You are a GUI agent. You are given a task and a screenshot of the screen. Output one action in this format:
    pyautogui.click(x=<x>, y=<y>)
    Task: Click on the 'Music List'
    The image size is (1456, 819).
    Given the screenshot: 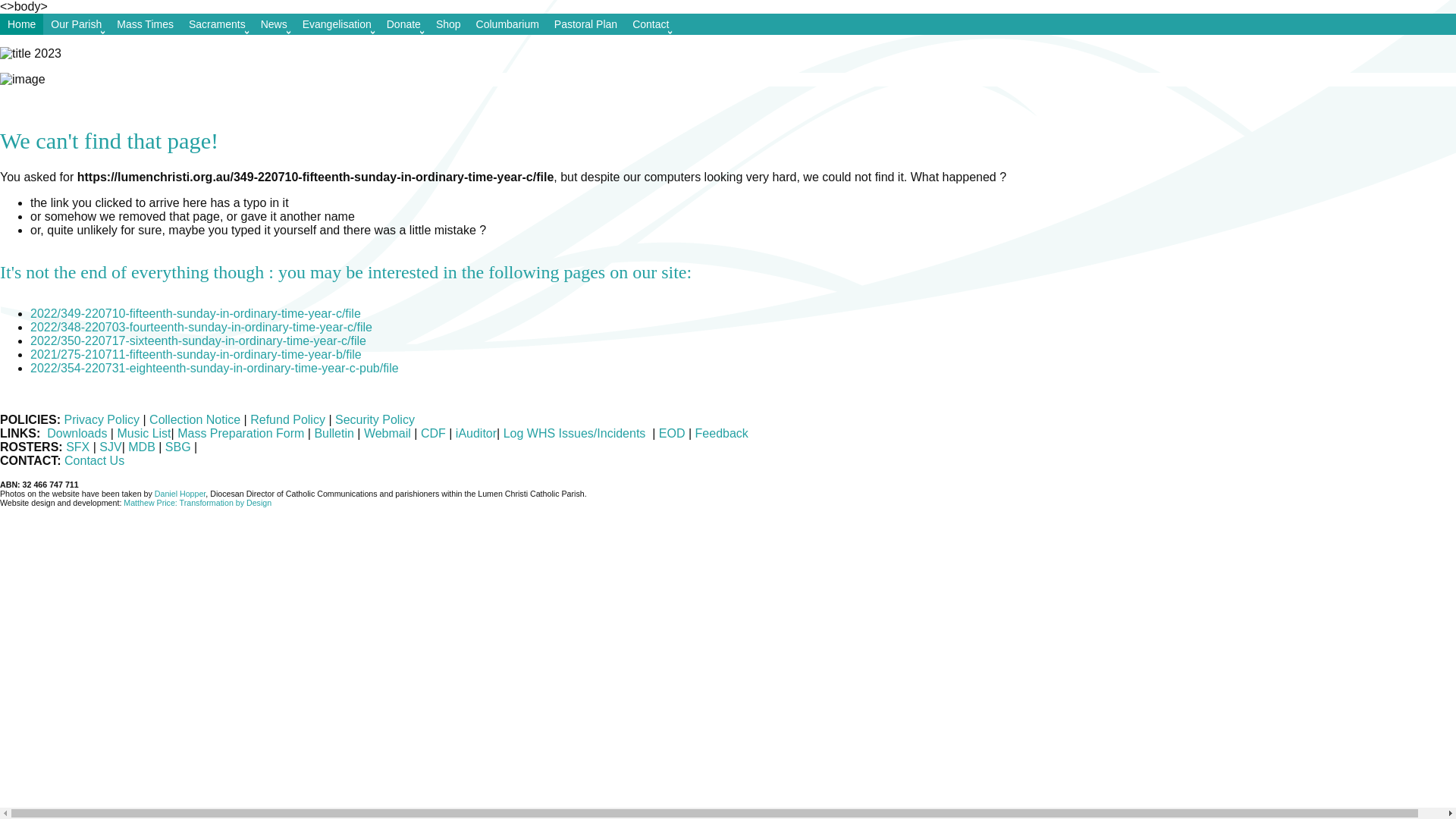 What is the action you would take?
    pyautogui.click(x=143, y=433)
    